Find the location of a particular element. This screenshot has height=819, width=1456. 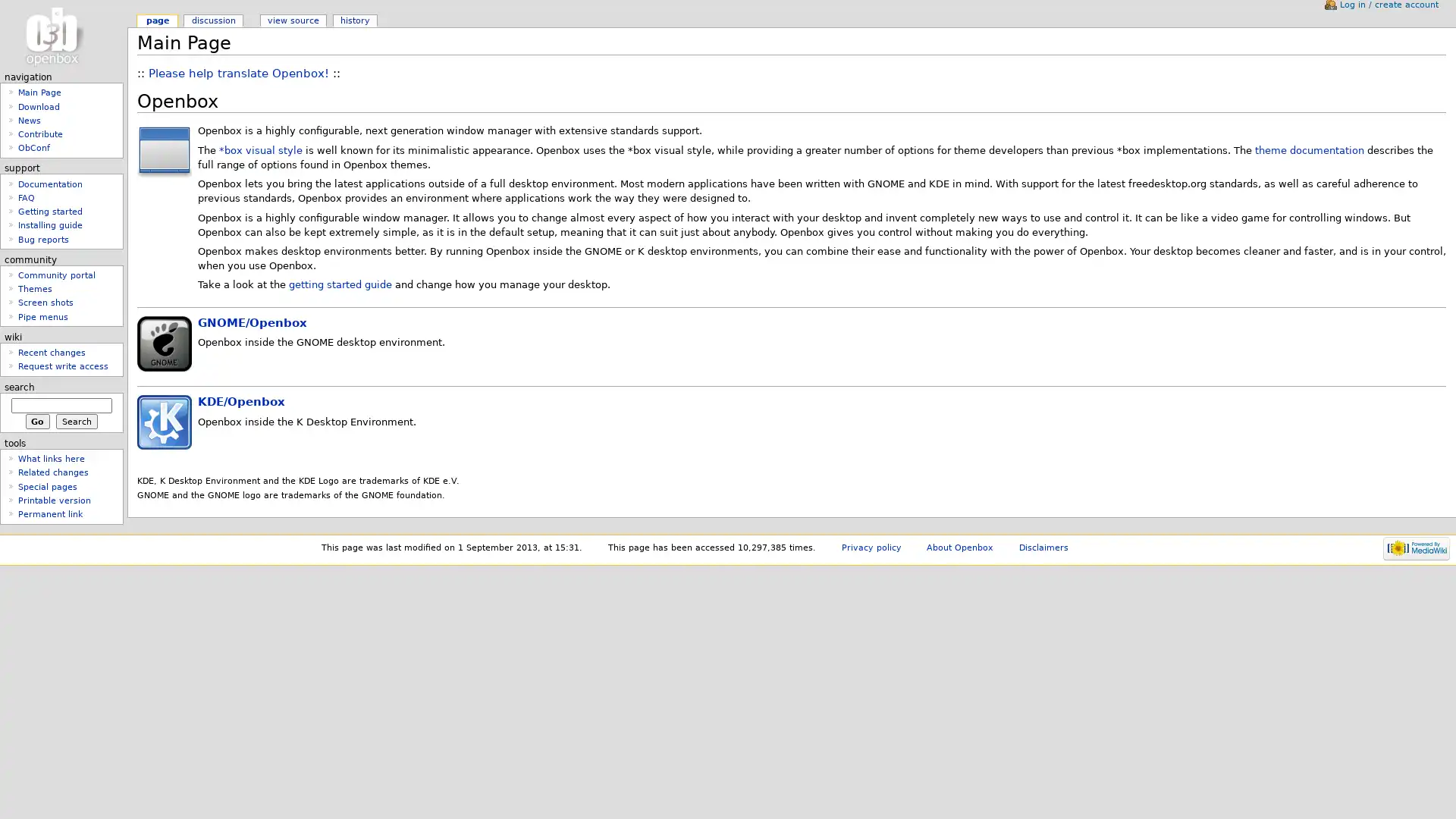

Search is located at coordinates (75, 421).